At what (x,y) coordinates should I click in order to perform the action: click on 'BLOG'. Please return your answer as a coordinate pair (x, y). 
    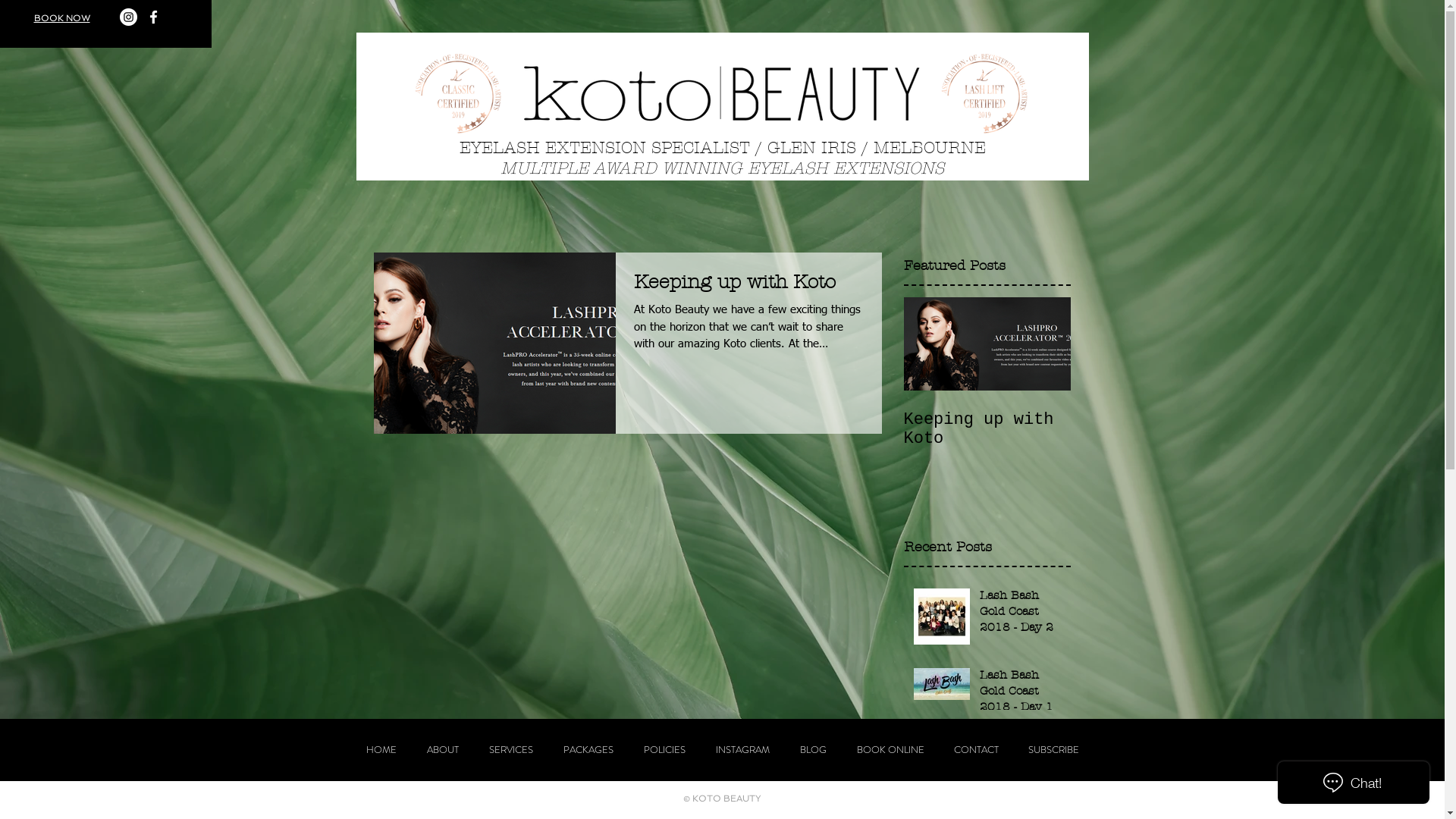
    Looking at the image, I should click on (811, 748).